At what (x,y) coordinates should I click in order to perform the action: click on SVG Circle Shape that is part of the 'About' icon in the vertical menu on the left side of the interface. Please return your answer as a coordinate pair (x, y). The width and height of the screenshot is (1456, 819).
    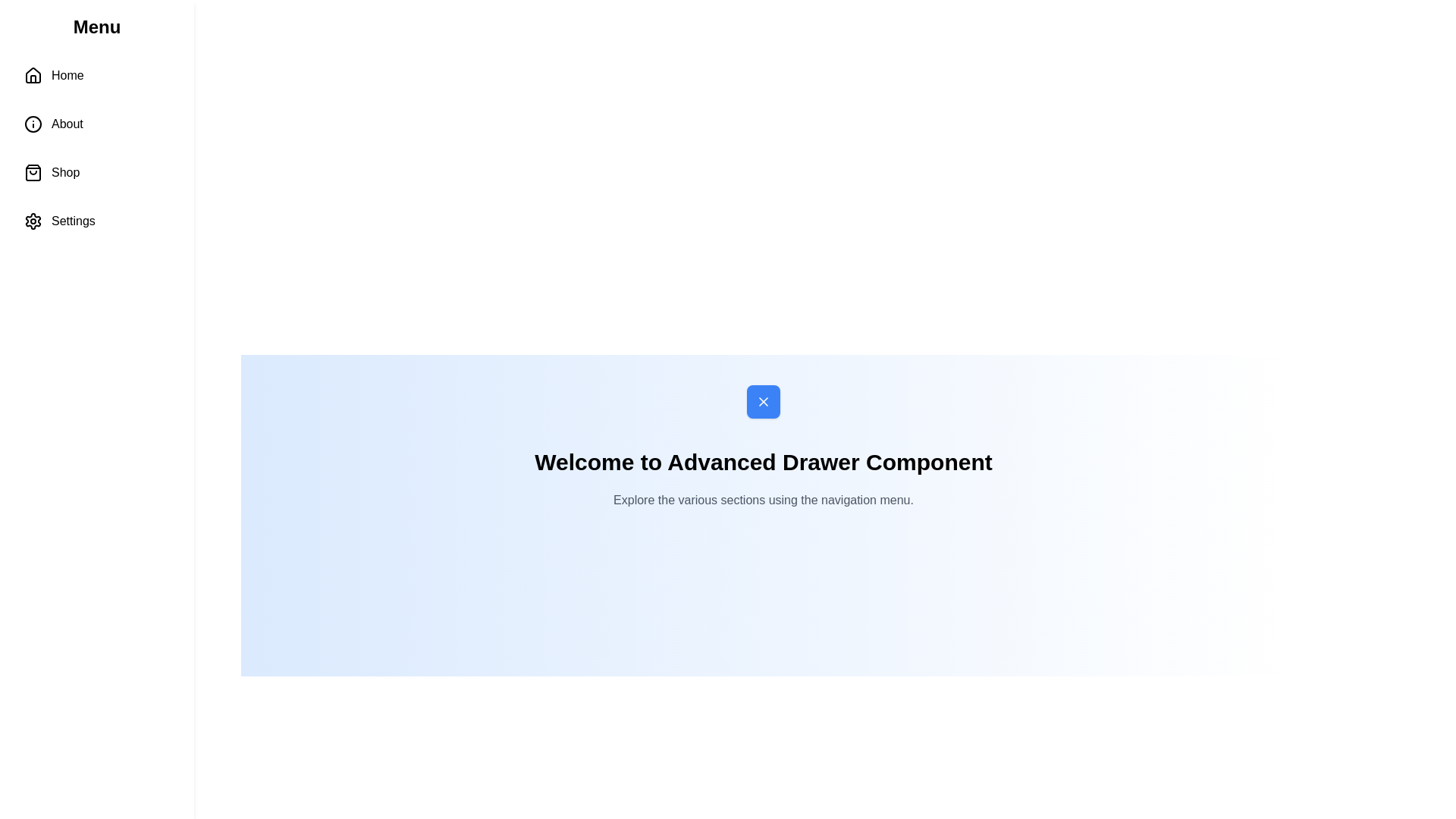
    Looking at the image, I should click on (33, 124).